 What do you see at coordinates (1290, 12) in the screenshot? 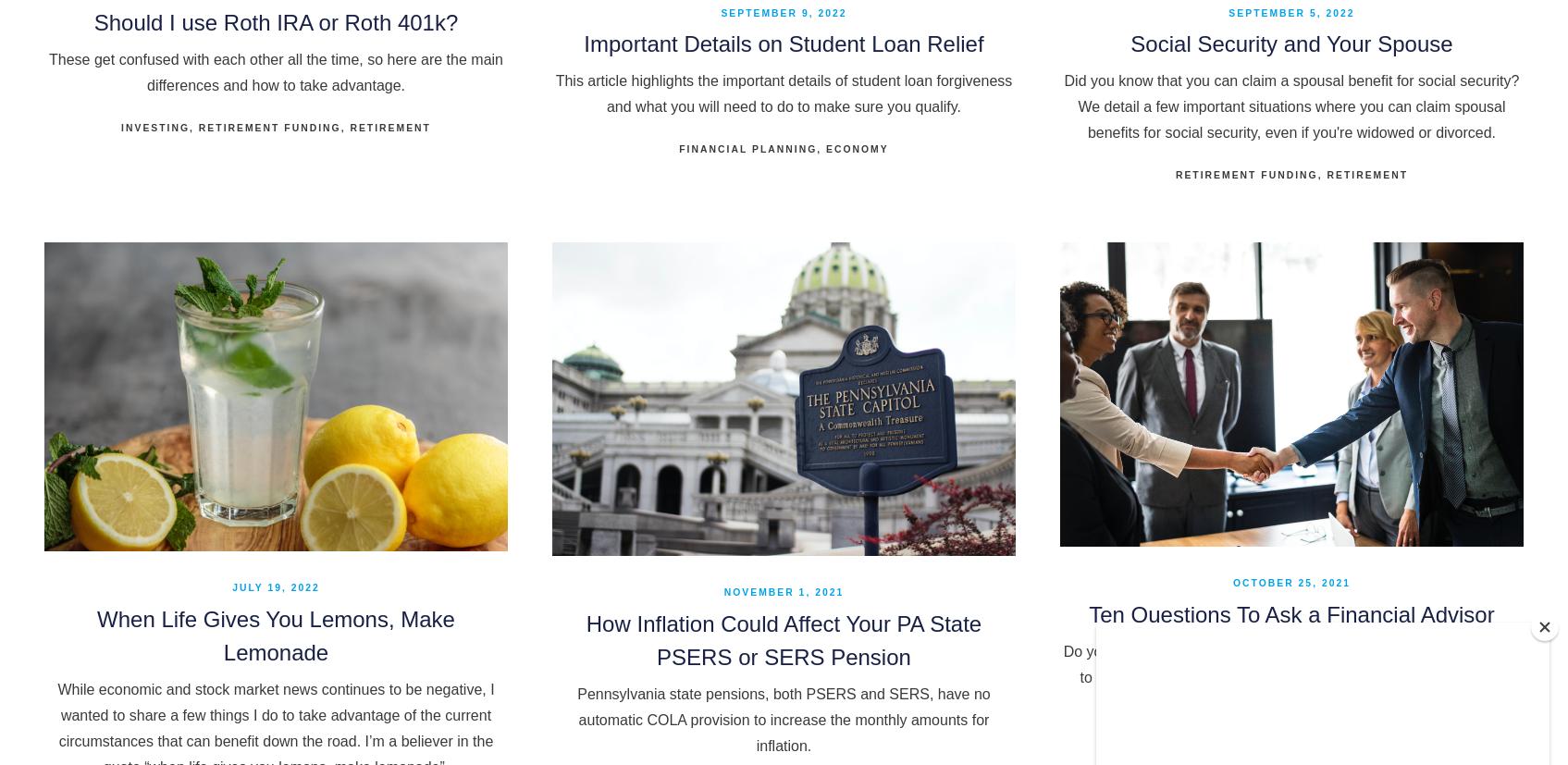
I see `'September 5, 2022'` at bounding box center [1290, 12].